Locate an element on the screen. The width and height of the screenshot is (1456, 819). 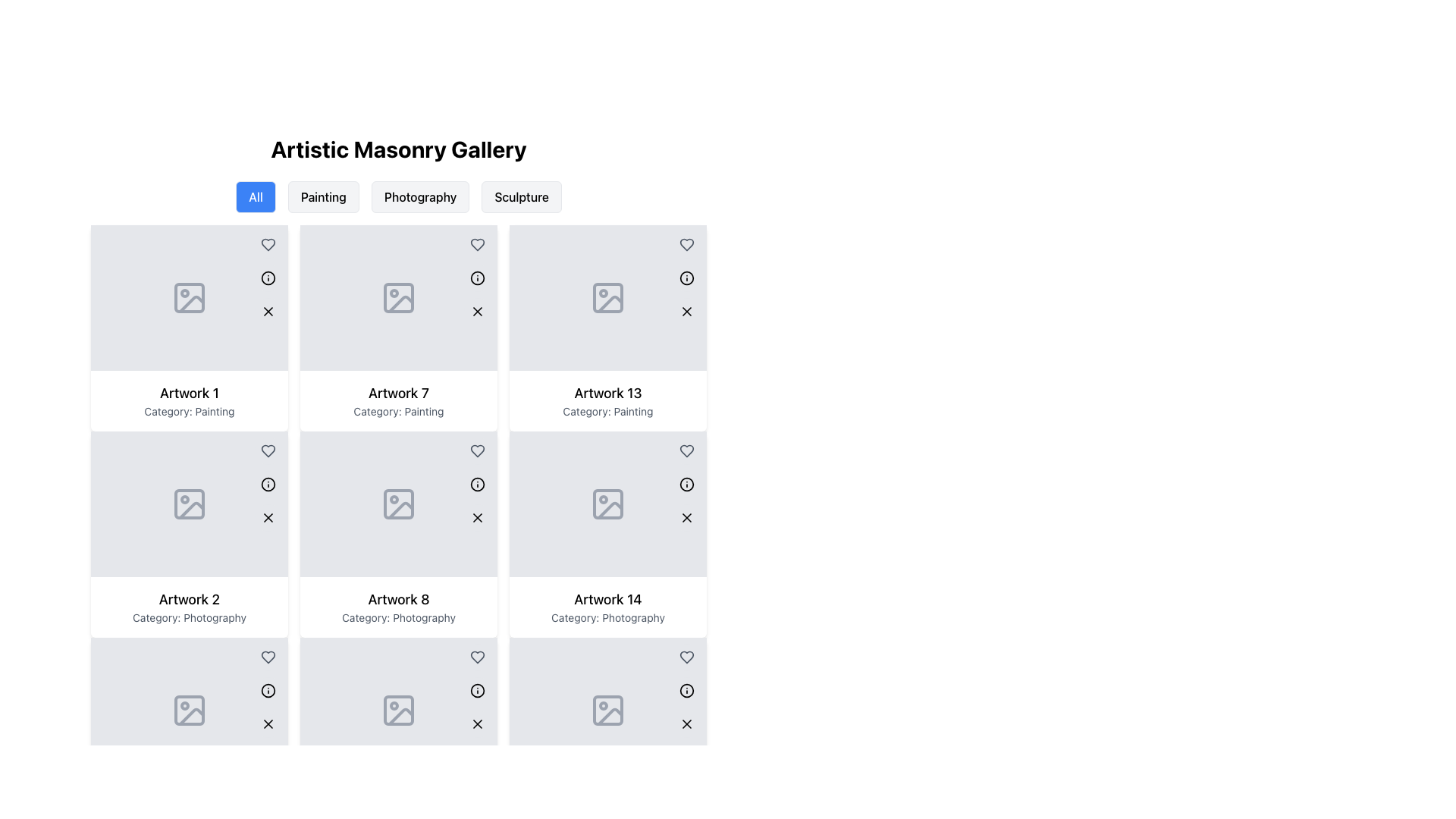
the close icon button (diagonal cross) located in the bottom right corner of the 'Artwork 14' card in the fourth card of the third column is located at coordinates (686, 723).